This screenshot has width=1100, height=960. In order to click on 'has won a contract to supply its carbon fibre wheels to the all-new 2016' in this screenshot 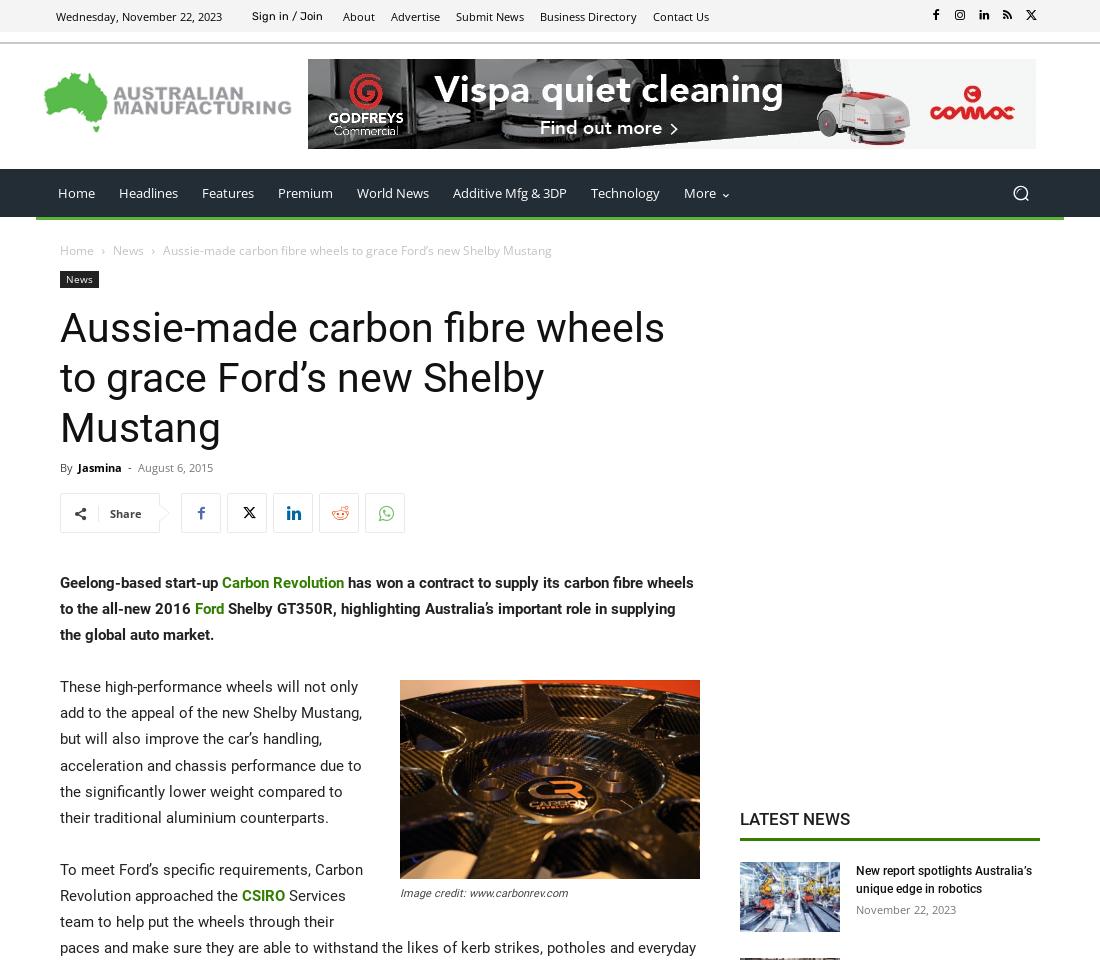, I will do `click(376, 595)`.